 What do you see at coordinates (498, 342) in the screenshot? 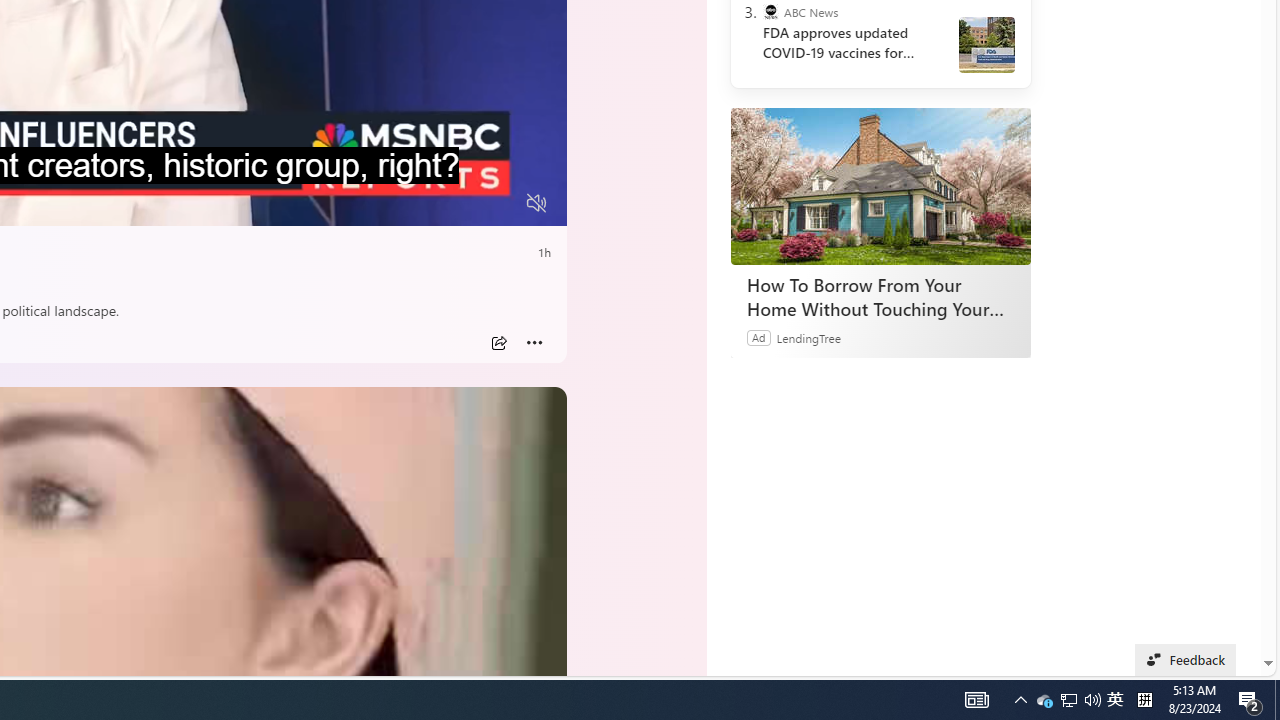
I see `'Share'` at bounding box center [498, 342].